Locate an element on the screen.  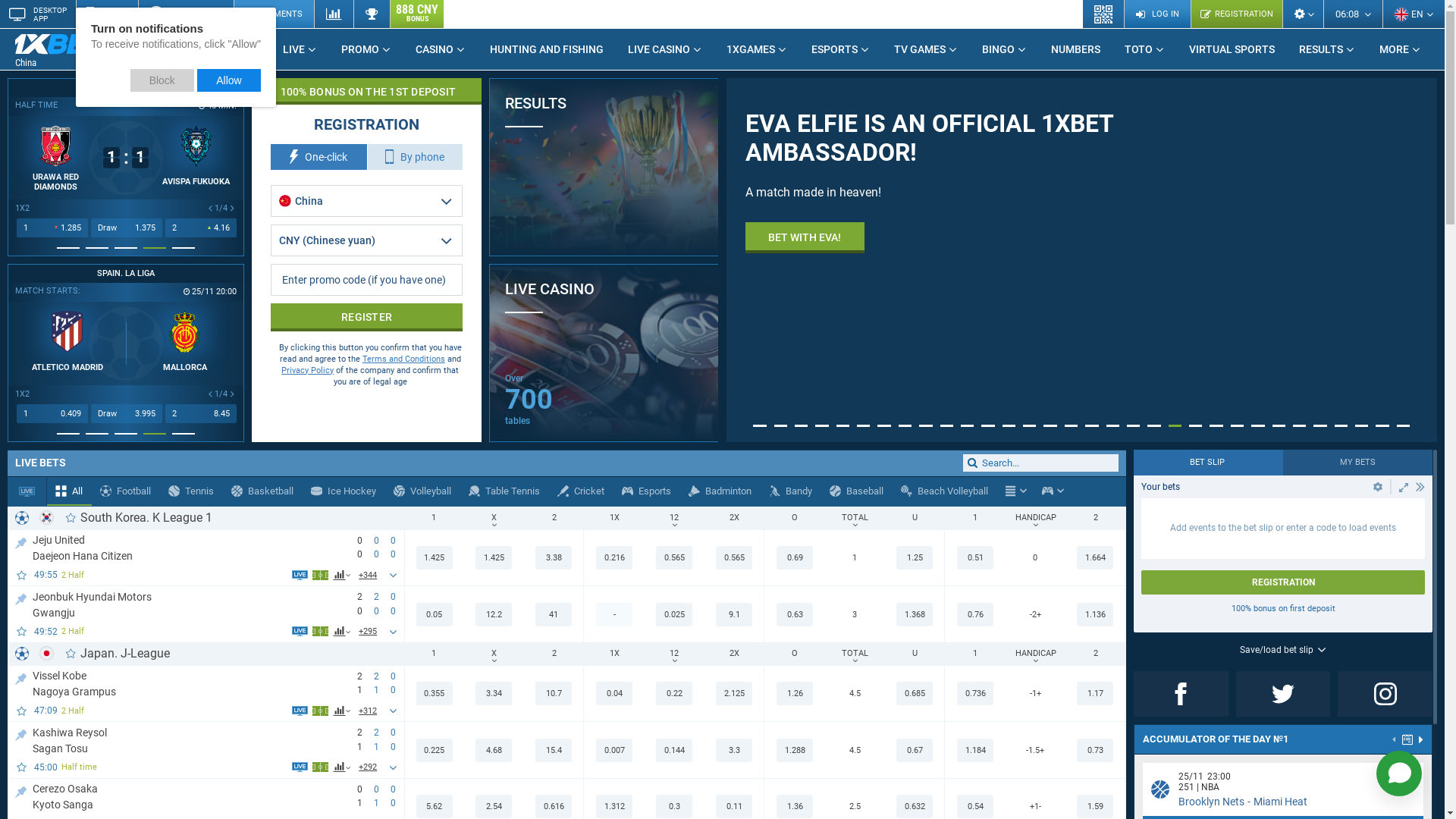
'Japan' is located at coordinates (46, 652).